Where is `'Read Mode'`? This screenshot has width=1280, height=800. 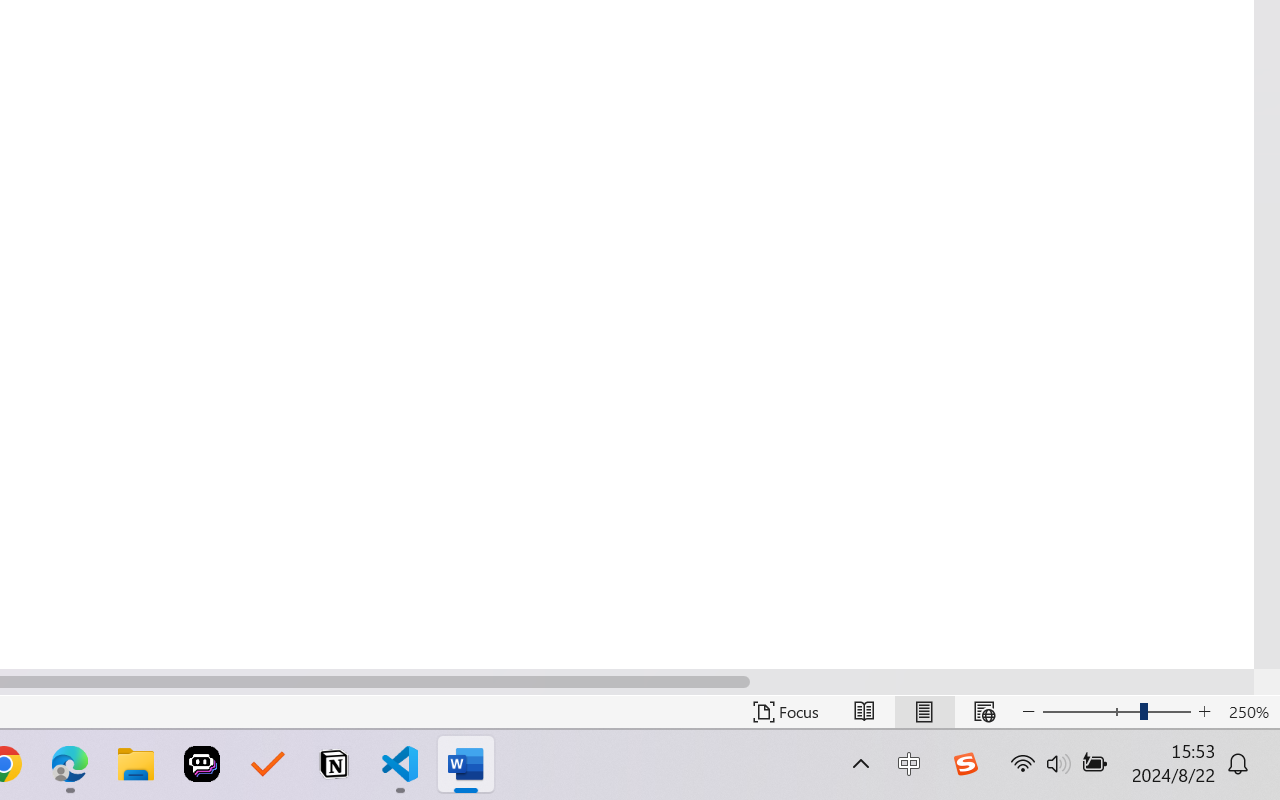 'Read Mode' is located at coordinates (864, 711).